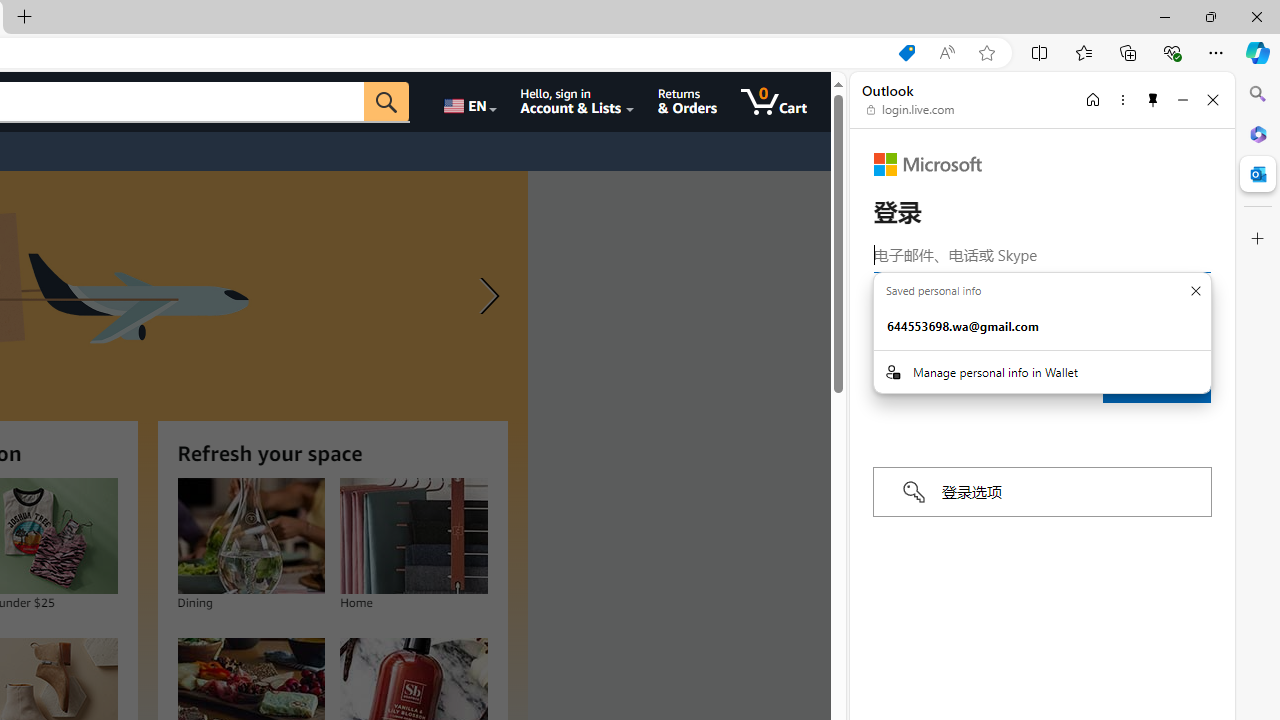 The image size is (1280, 720). Describe the element at coordinates (468, 101) in the screenshot. I see `'Choose a language for shopping.'` at that location.